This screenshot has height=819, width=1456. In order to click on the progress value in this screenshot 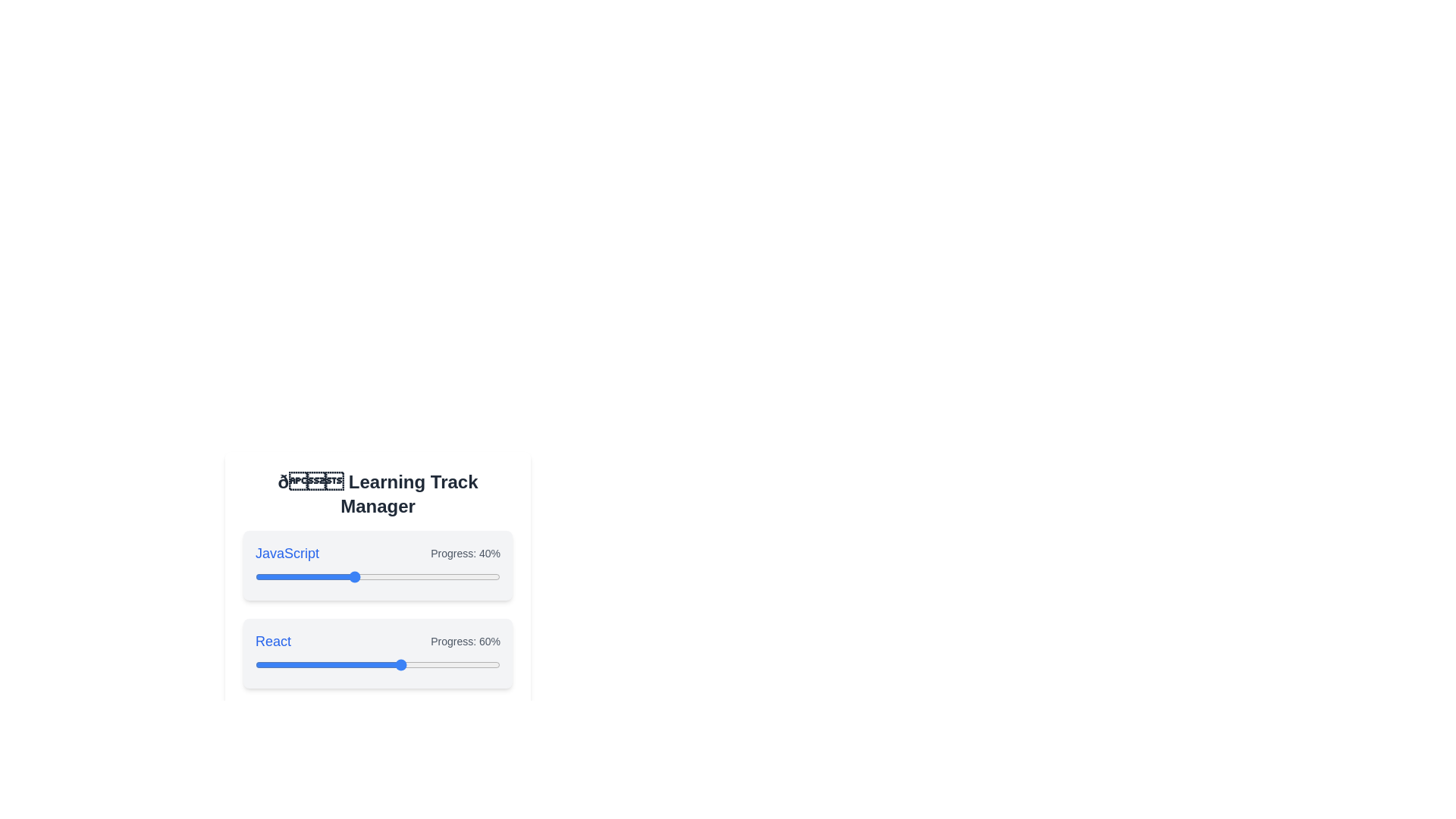, I will do `click(333, 664)`.